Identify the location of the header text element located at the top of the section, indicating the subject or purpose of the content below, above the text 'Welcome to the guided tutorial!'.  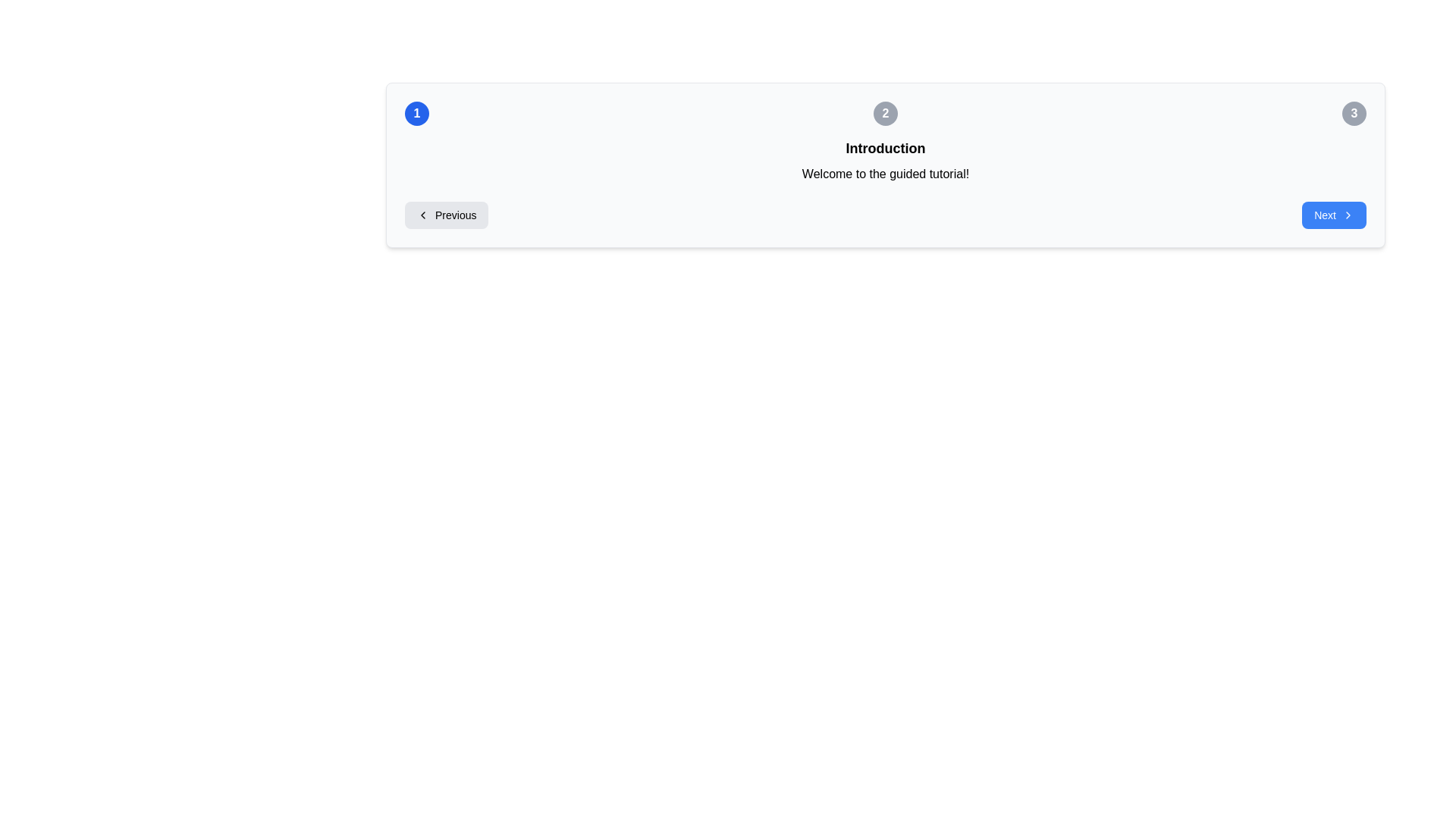
(885, 149).